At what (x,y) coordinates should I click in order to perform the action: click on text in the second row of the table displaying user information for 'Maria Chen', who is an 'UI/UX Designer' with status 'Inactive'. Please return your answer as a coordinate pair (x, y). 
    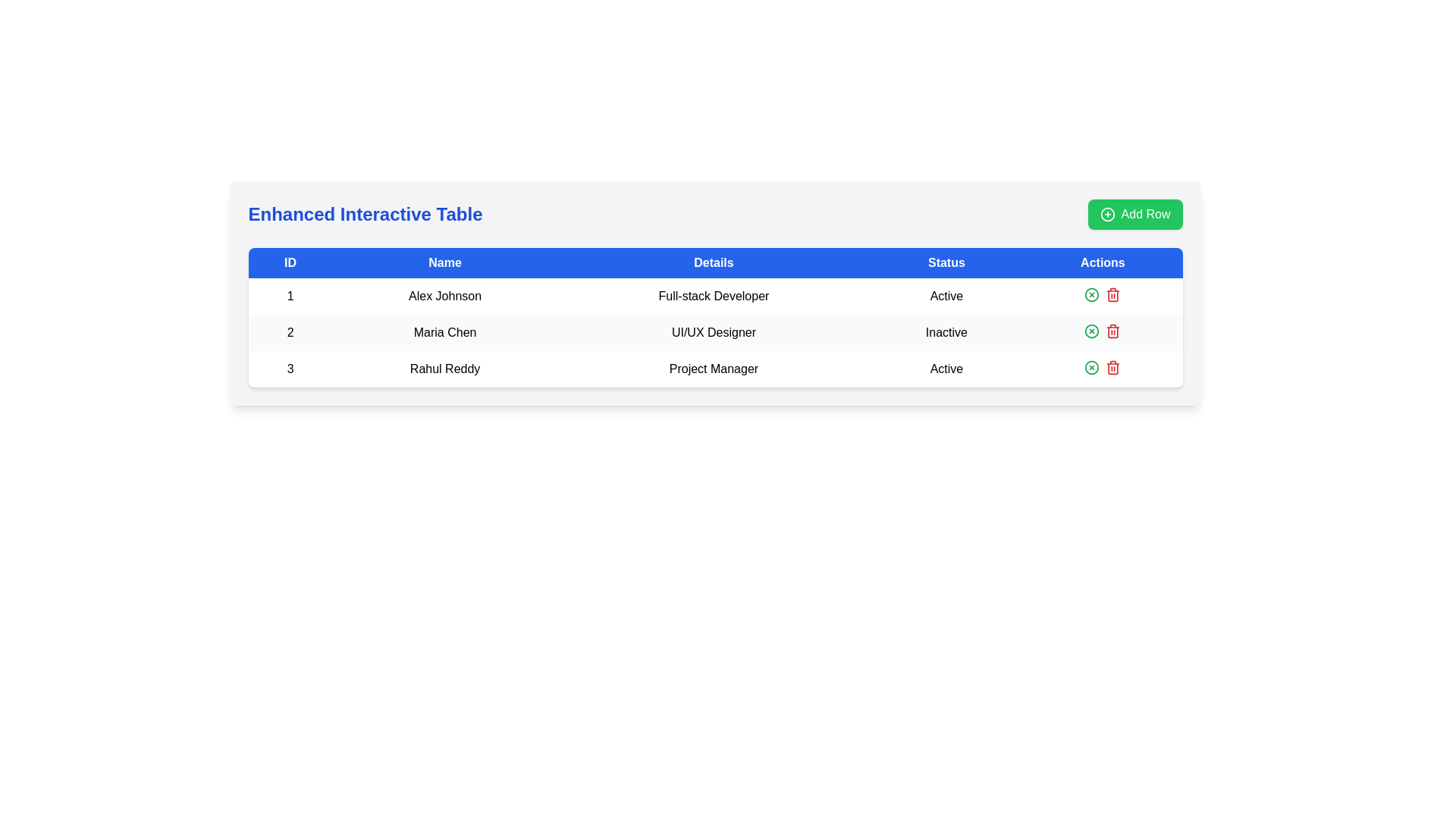
    Looking at the image, I should click on (714, 332).